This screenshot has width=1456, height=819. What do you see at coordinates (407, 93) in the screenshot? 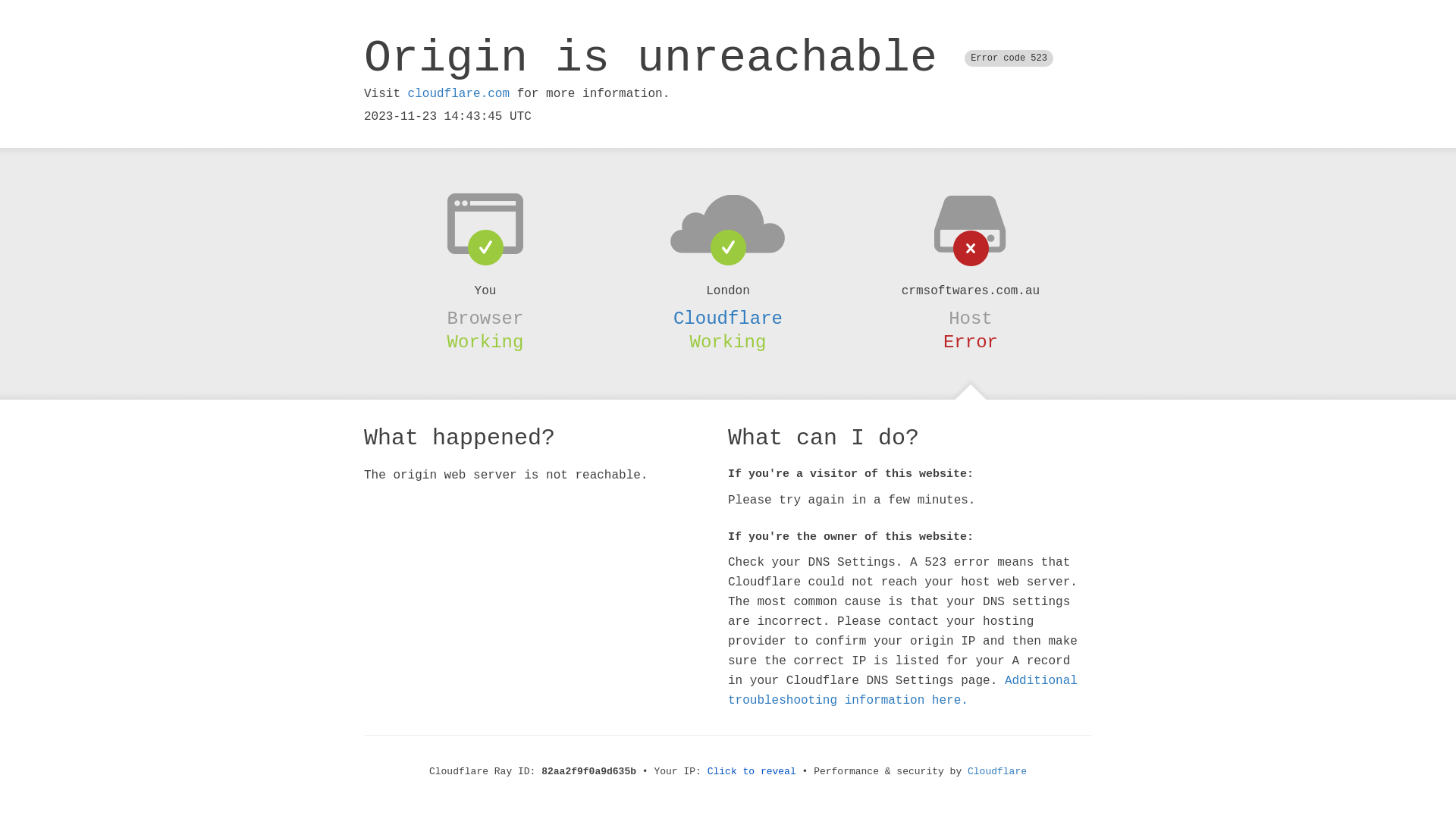
I see `'cloudflare.com'` at bounding box center [407, 93].